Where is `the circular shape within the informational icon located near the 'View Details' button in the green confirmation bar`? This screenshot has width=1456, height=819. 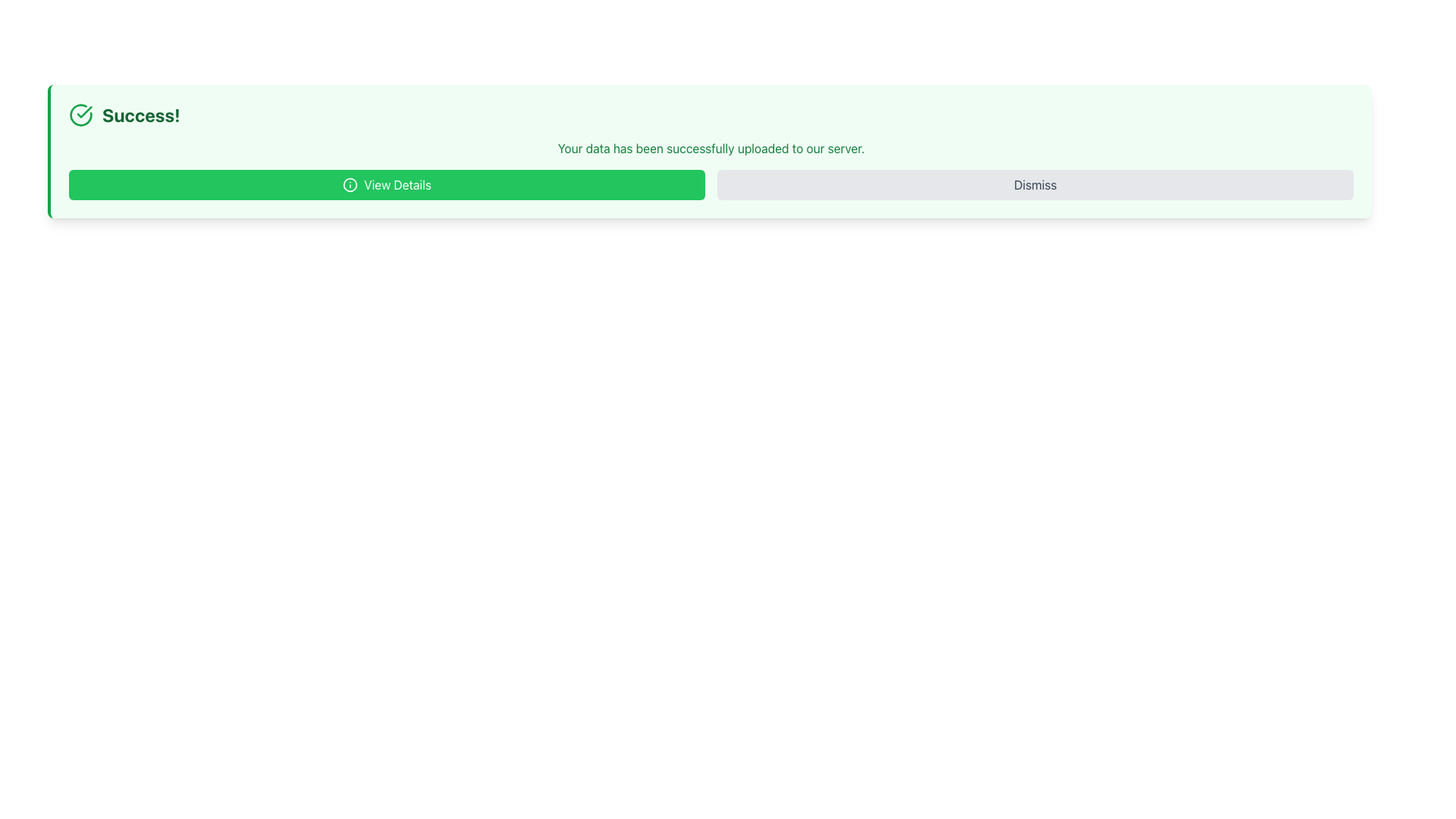
the circular shape within the informational icon located near the 'View Details' button in the green confirmation bar is located at coordinates (350, 184).